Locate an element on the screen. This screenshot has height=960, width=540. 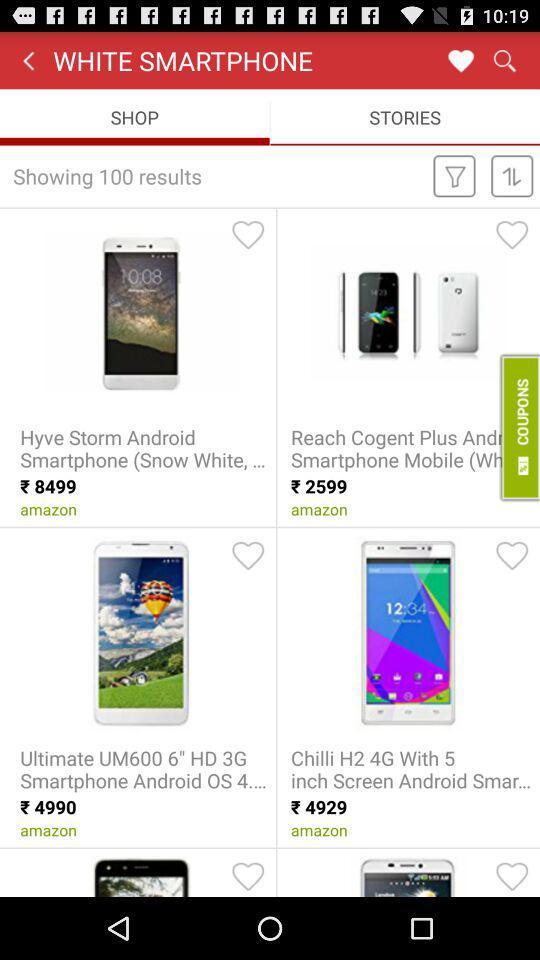
like this item is located at coordinates (512, 234).